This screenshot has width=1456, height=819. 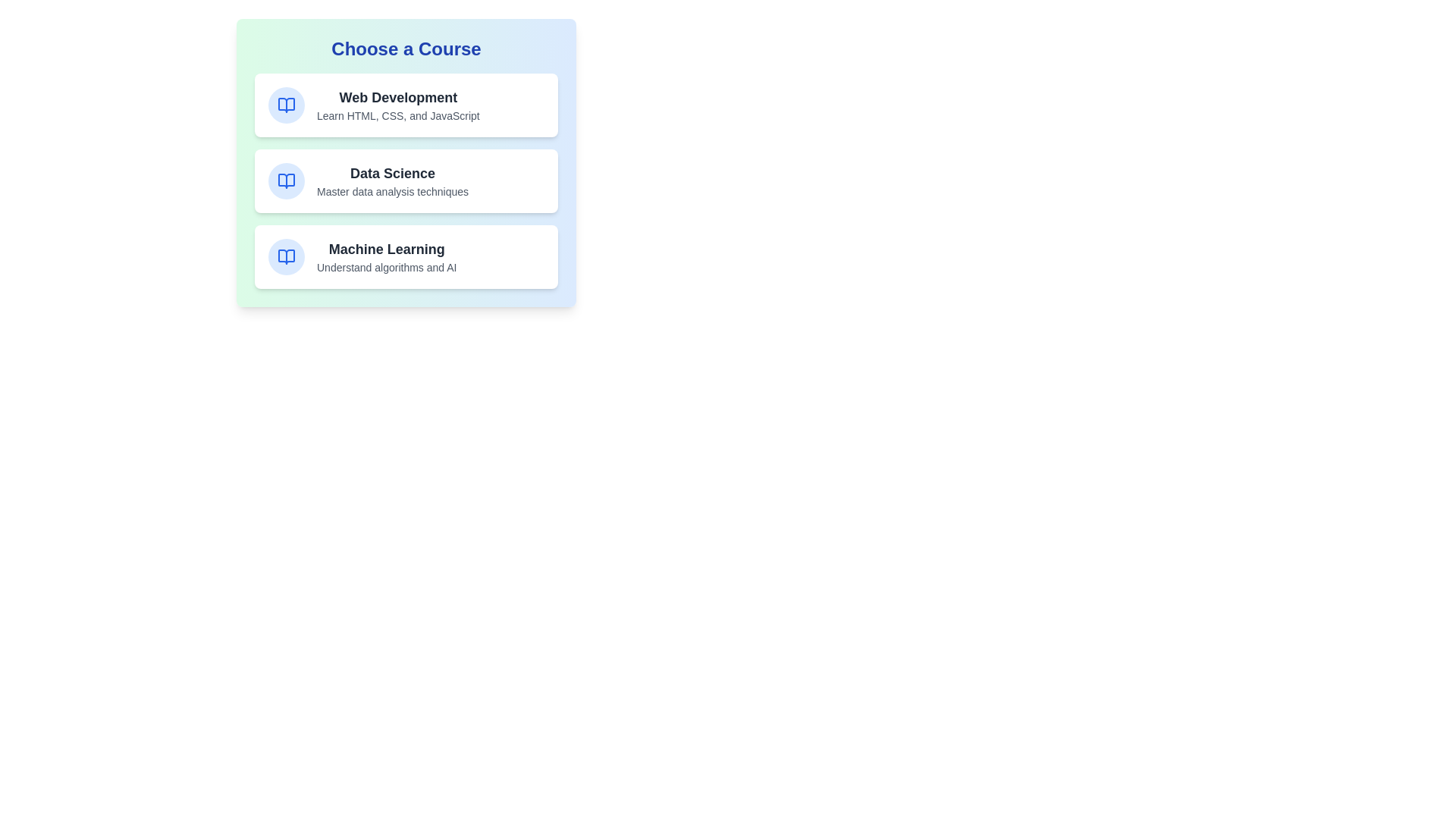 What do you see at coordinates (398, 104) in the screenshot?
I see `text block displaying 'Web Development' and its subtitle 'Learn HTML, CSS, and JavaScript', which is styled with a bold font for the header and a smaller grey font for the subtitle` at bounding box center [398, 104].